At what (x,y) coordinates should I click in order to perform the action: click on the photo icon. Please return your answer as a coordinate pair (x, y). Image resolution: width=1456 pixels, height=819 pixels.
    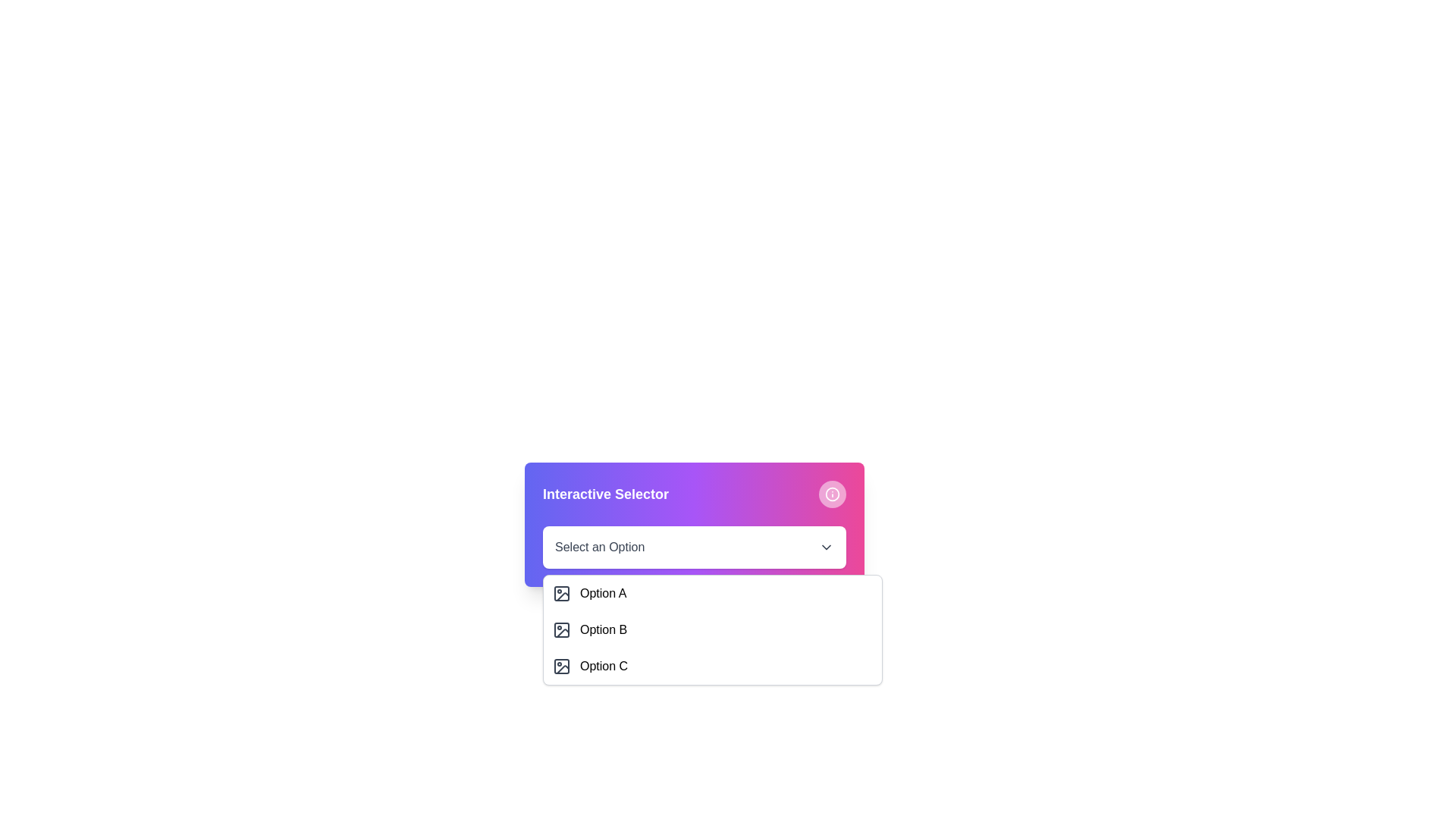
    Looking at the image, I should click on (560, 593).